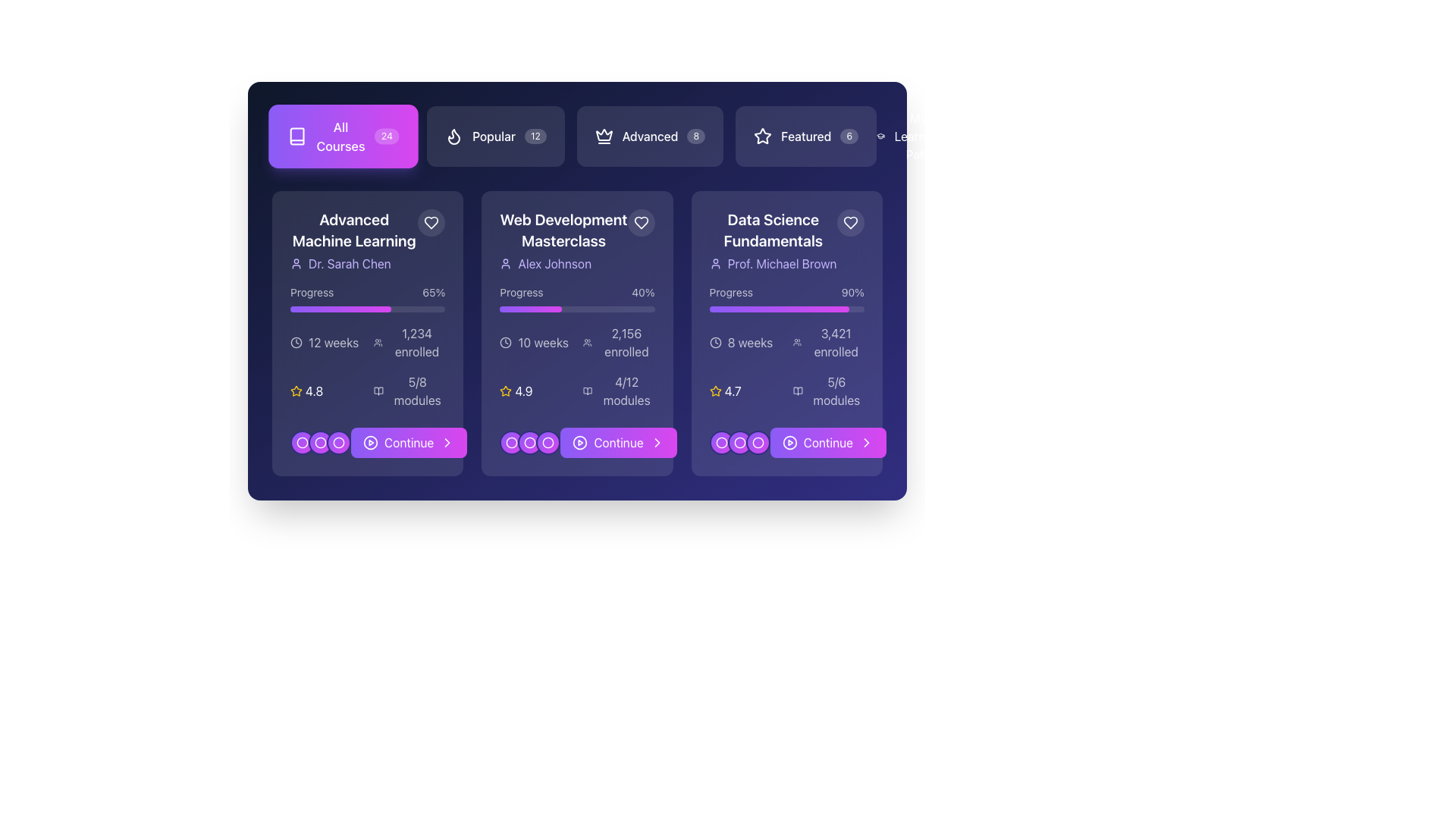  What do you see at coordinates (302, 442) in the screenshot?
I see `the second circular indicator in the group of three at the bottom of the 'Advanced Machine Learning' course card` at bounding box center [302, 442].